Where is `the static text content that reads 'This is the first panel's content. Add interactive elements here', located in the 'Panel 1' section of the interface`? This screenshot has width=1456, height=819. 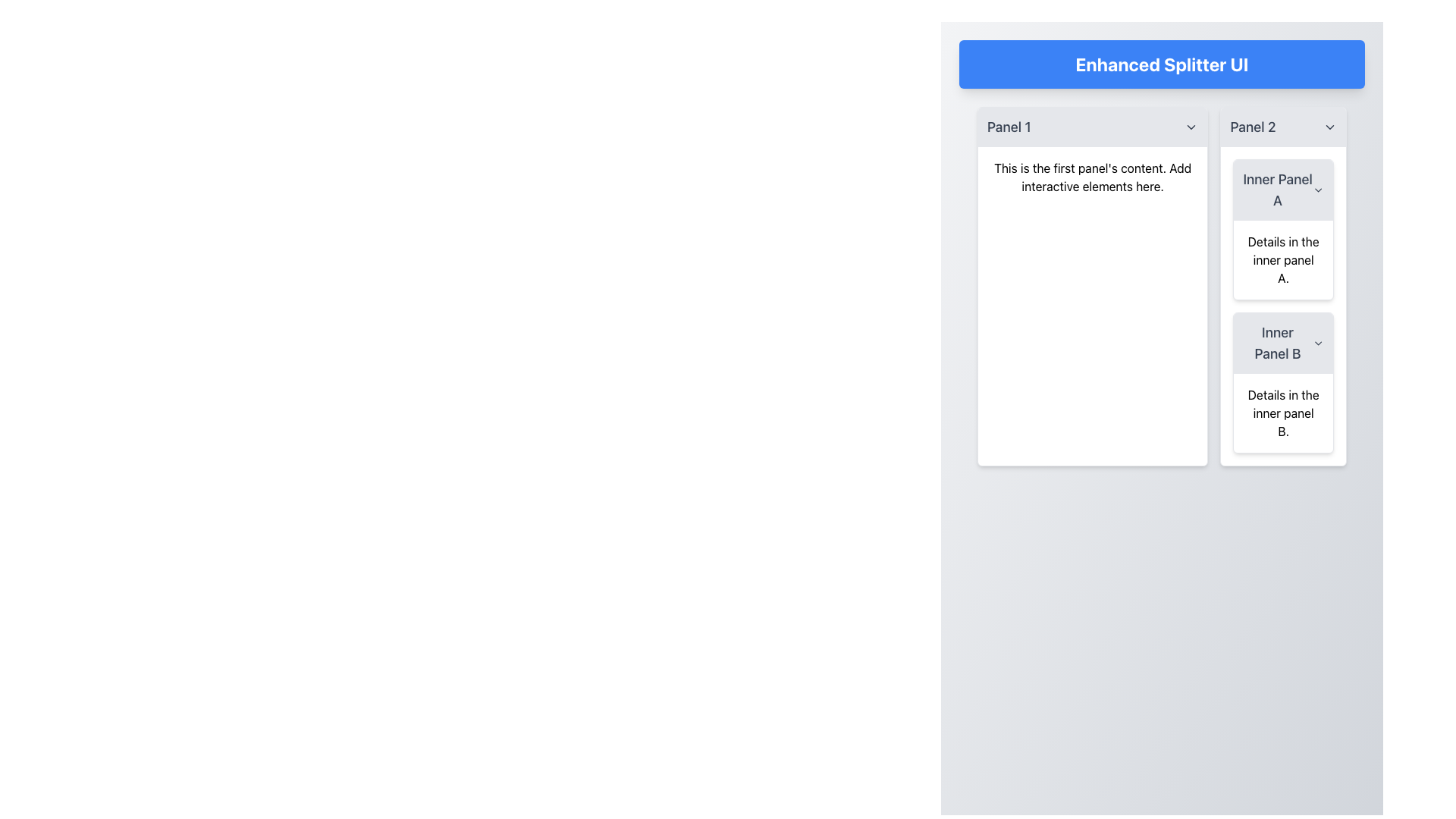
the static text content that reads 'This is the first panel's content. Add interactive elements here', located in the 'Panel 1' section of the interface is located at coordinates (1093, 177).